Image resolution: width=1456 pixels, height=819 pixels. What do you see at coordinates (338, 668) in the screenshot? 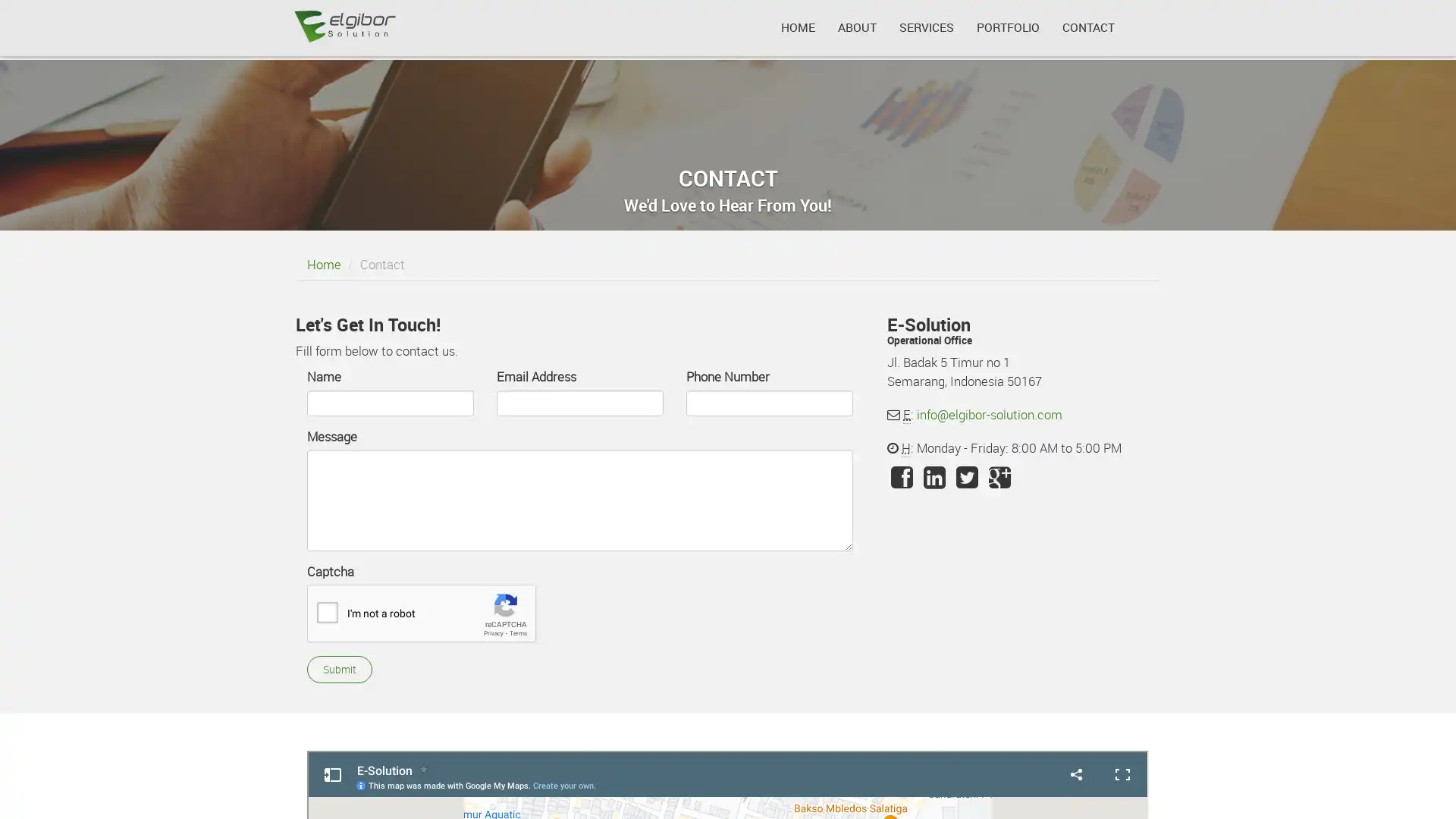
I see `Submit` at bounding box center [338, 668].